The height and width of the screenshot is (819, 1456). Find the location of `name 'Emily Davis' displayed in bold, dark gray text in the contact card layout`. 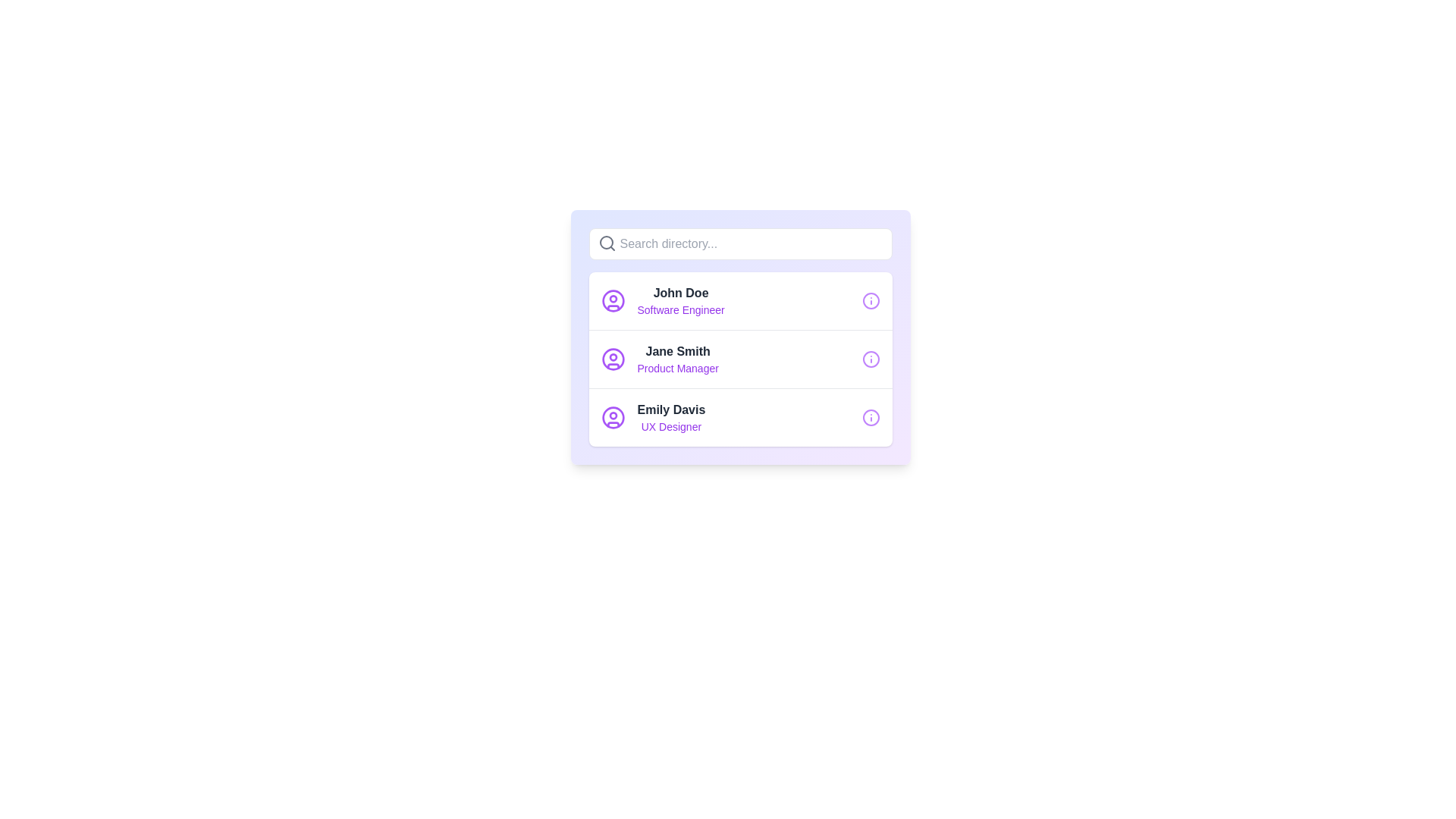

name 'Emily Davis' displayed in bold, dark gray text in the contact card layout is located at coordinates (670, 409).